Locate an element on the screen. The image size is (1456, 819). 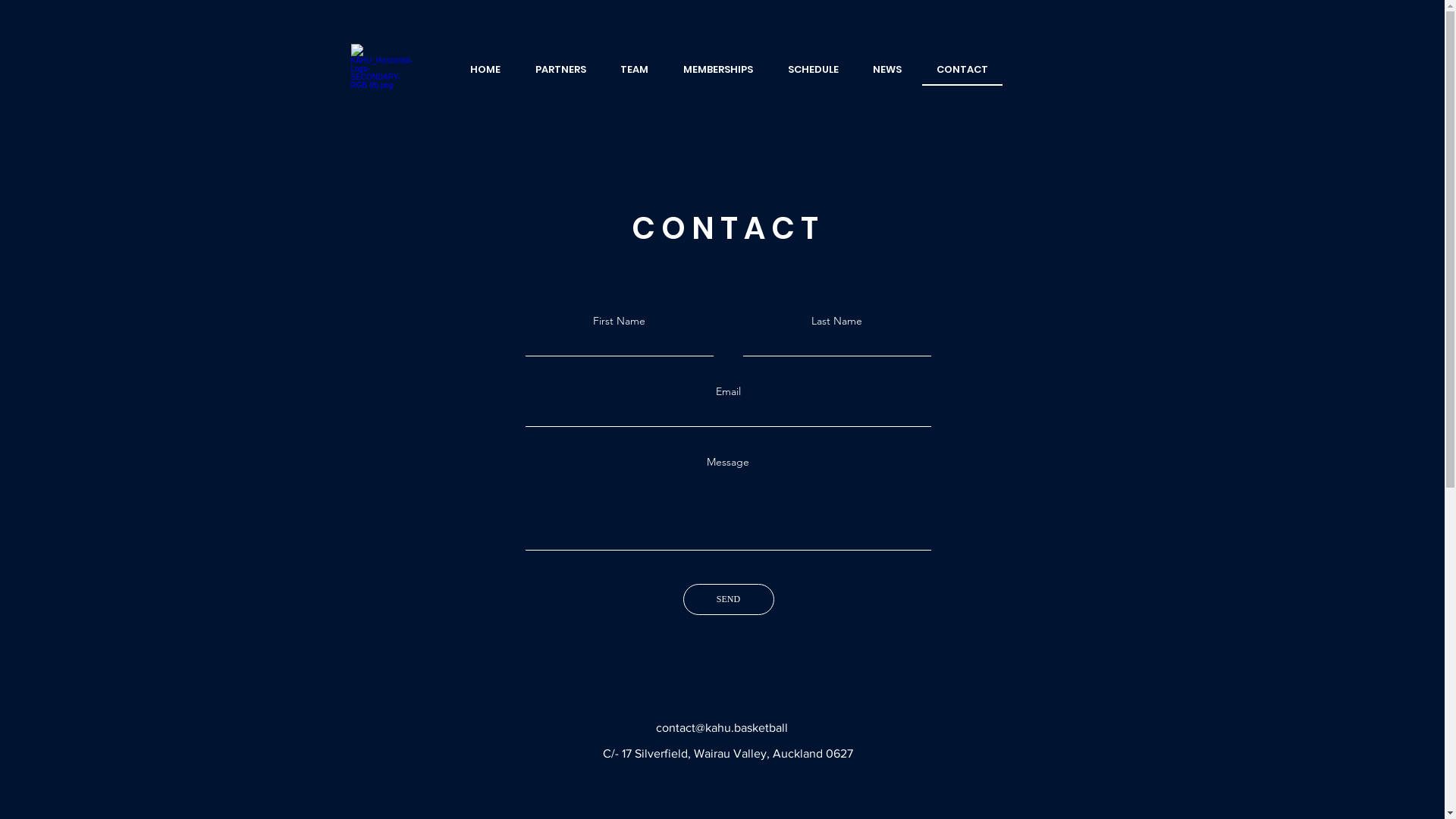
'CONTACT' is located at coordinates (961, 70).